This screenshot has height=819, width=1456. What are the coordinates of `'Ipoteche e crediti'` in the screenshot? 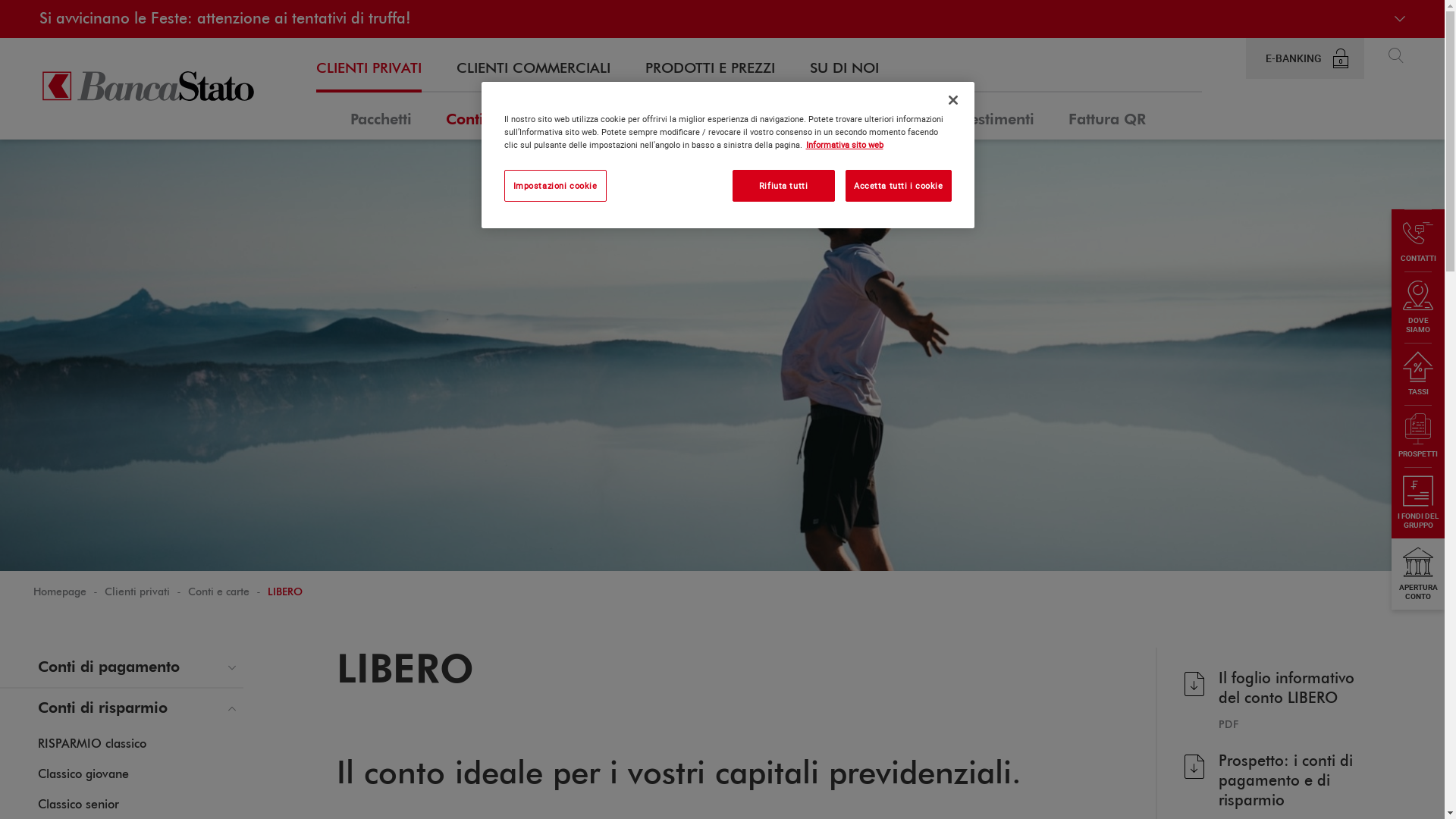 It's located at (630, 115).